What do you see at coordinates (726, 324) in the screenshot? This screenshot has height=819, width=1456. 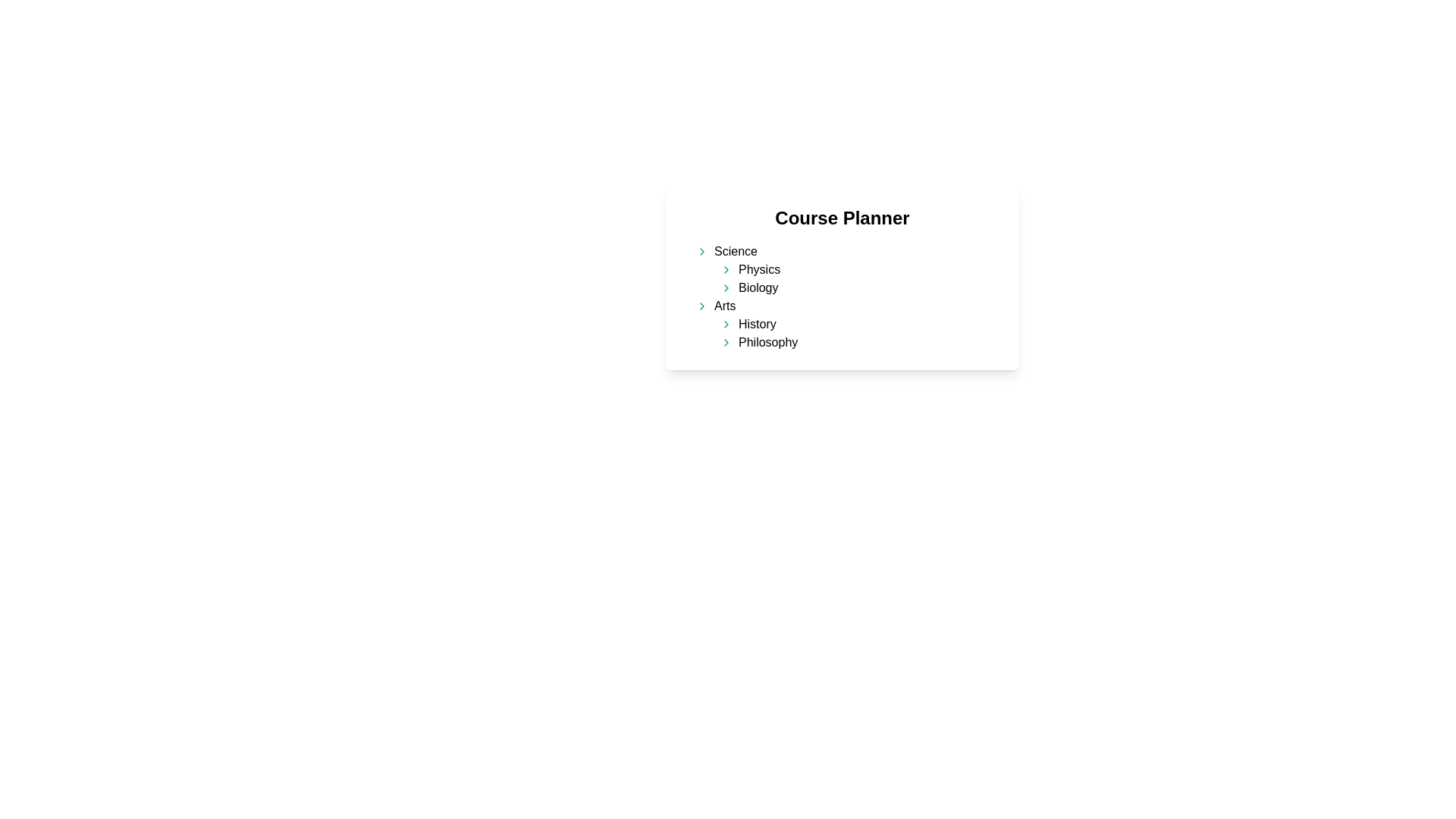 I see `the green right-pointing chevron icon located to the left of the 'History' label` at bounding box center [726, 324].